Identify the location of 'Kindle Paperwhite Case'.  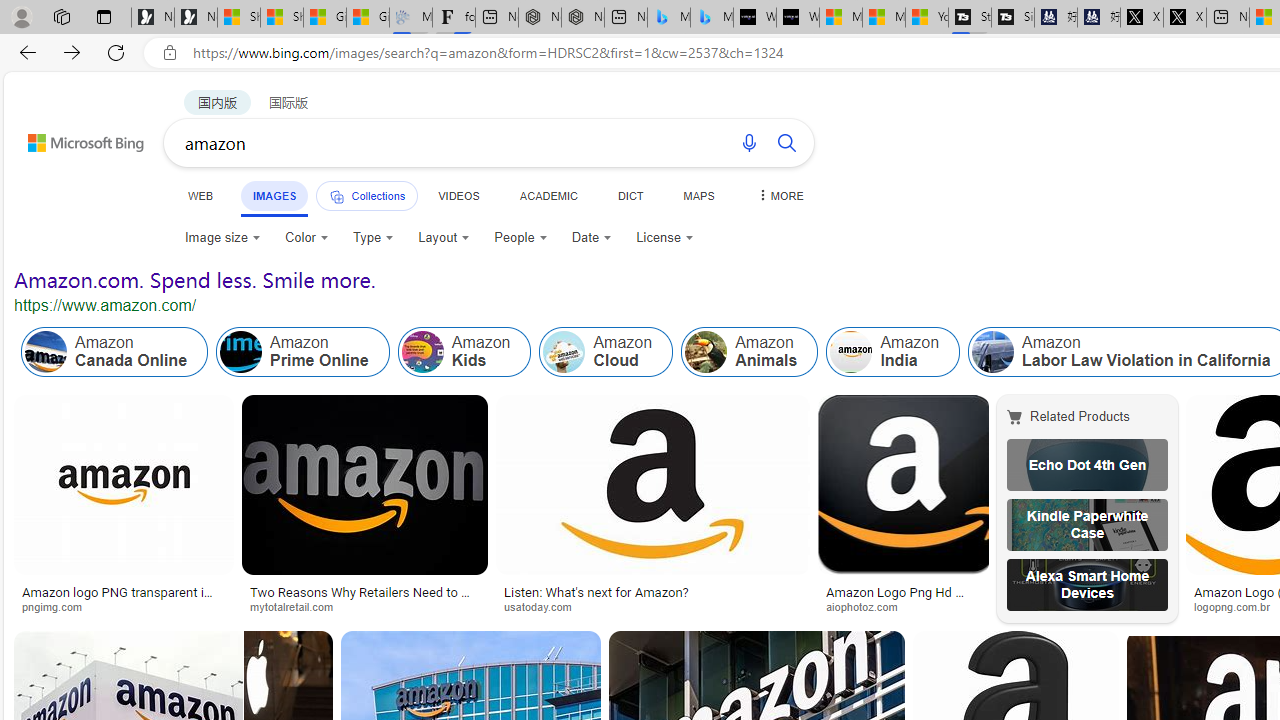
(1086, 523).